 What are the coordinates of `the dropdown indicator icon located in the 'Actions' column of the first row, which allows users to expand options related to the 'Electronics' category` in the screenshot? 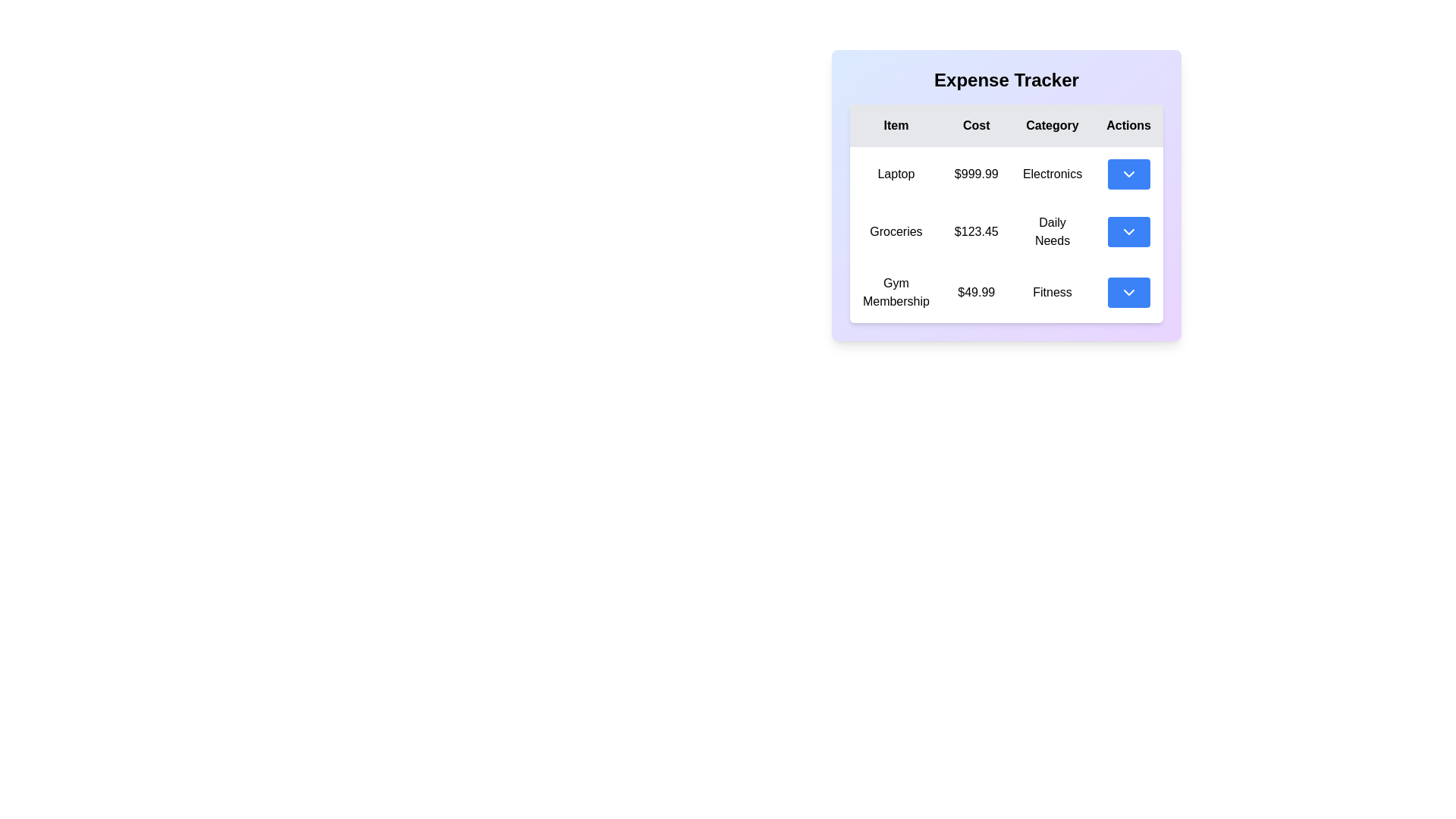 It's located at (1128, 174).